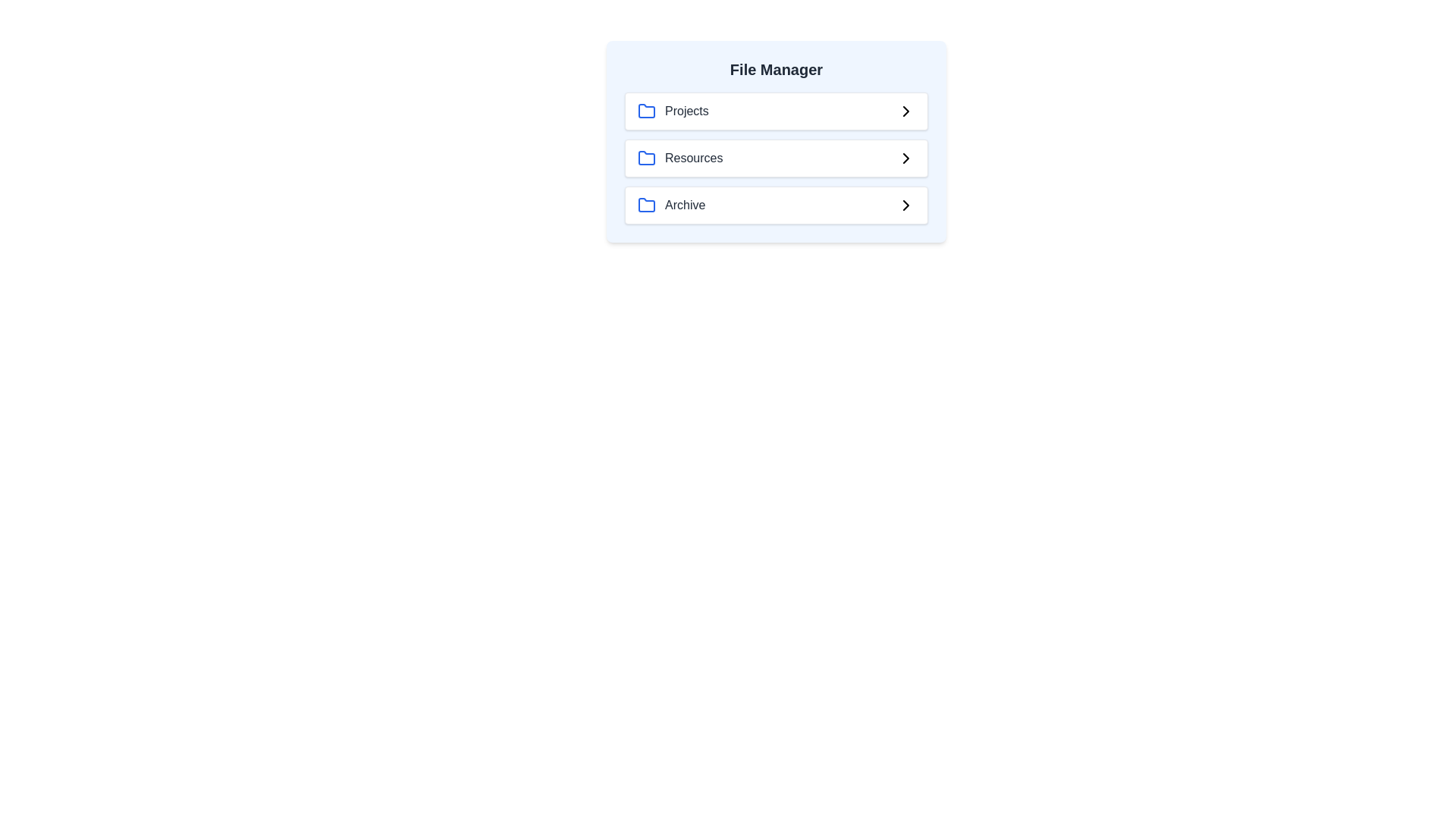 Image resolution: width=1456 pixels, height=819 pixels. I want to click on the text label displaying 'Archive', which is styled in gray and located next to a folder icon in the File Manager interface, so click(684, 205).